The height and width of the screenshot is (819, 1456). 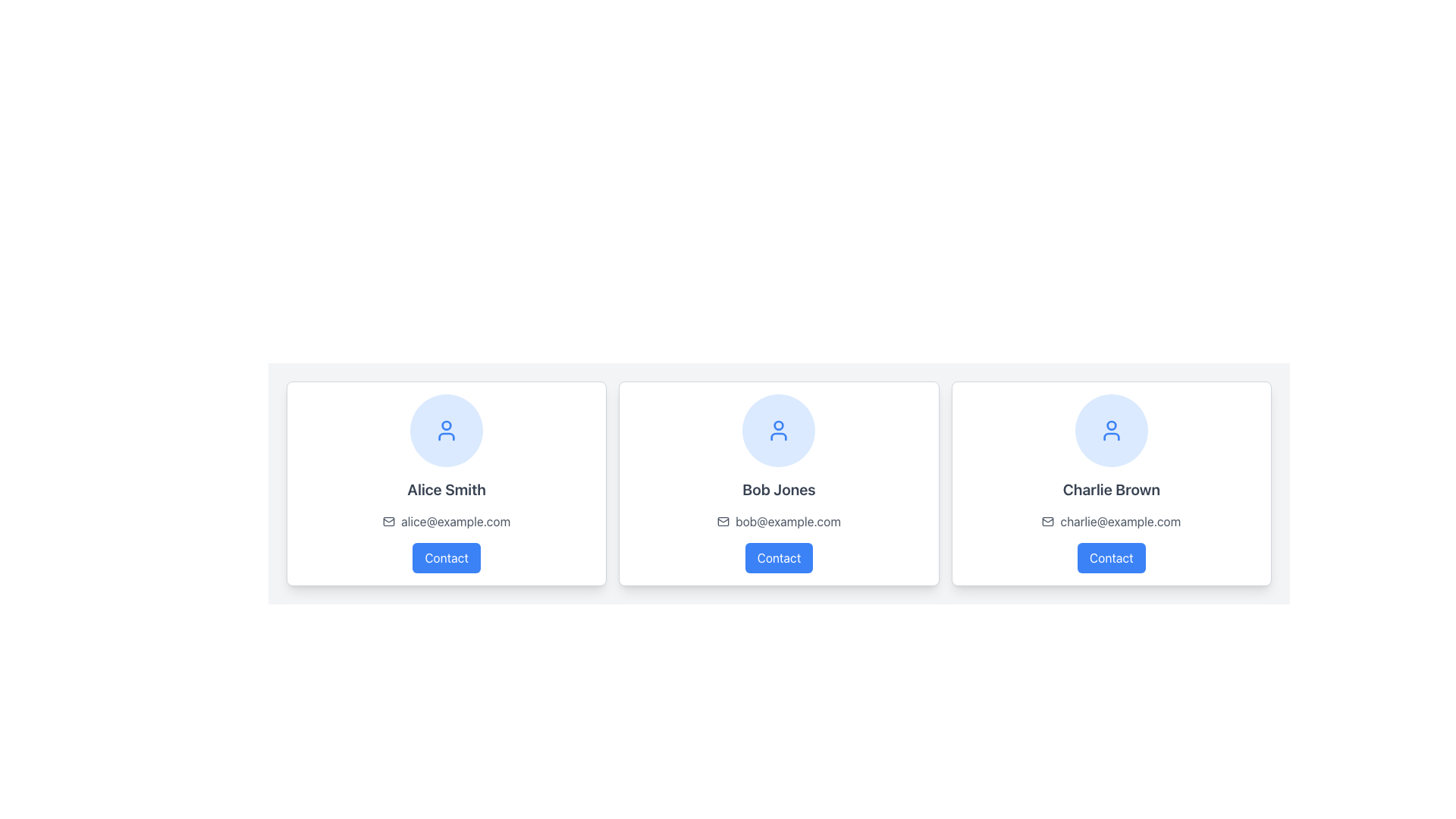 What do you see at coordinates (446, 489) in the screenshot?
I see `the text label displaying 'Alice Smith', which is styled in a larger bold gray font and positioned below a circular icon and above an email address` at bounding box center [446, 489].